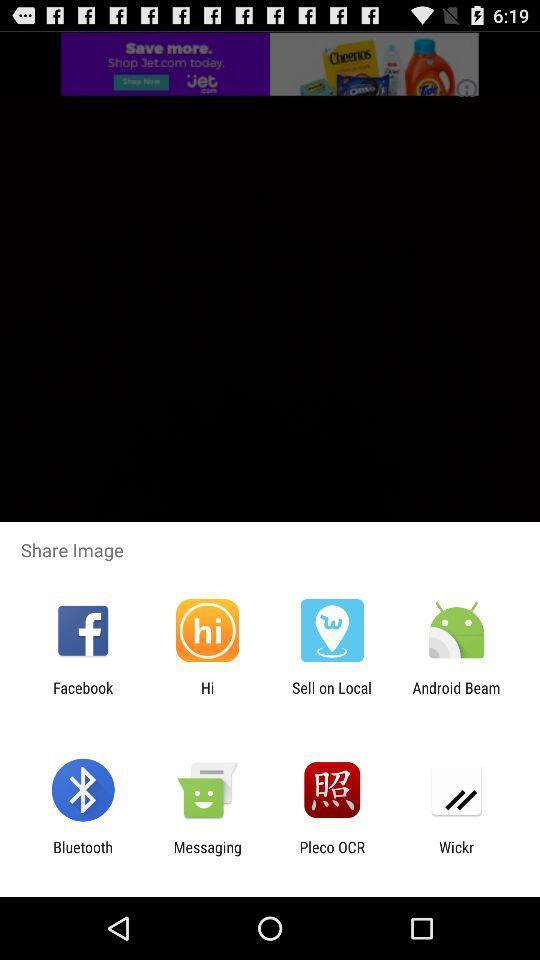 The image size is (540, 960). What do you see at coordinates (206, 855) in the screenshot?
I see `app to the left of pleco ocr icon` at bounding box center [206, 855].